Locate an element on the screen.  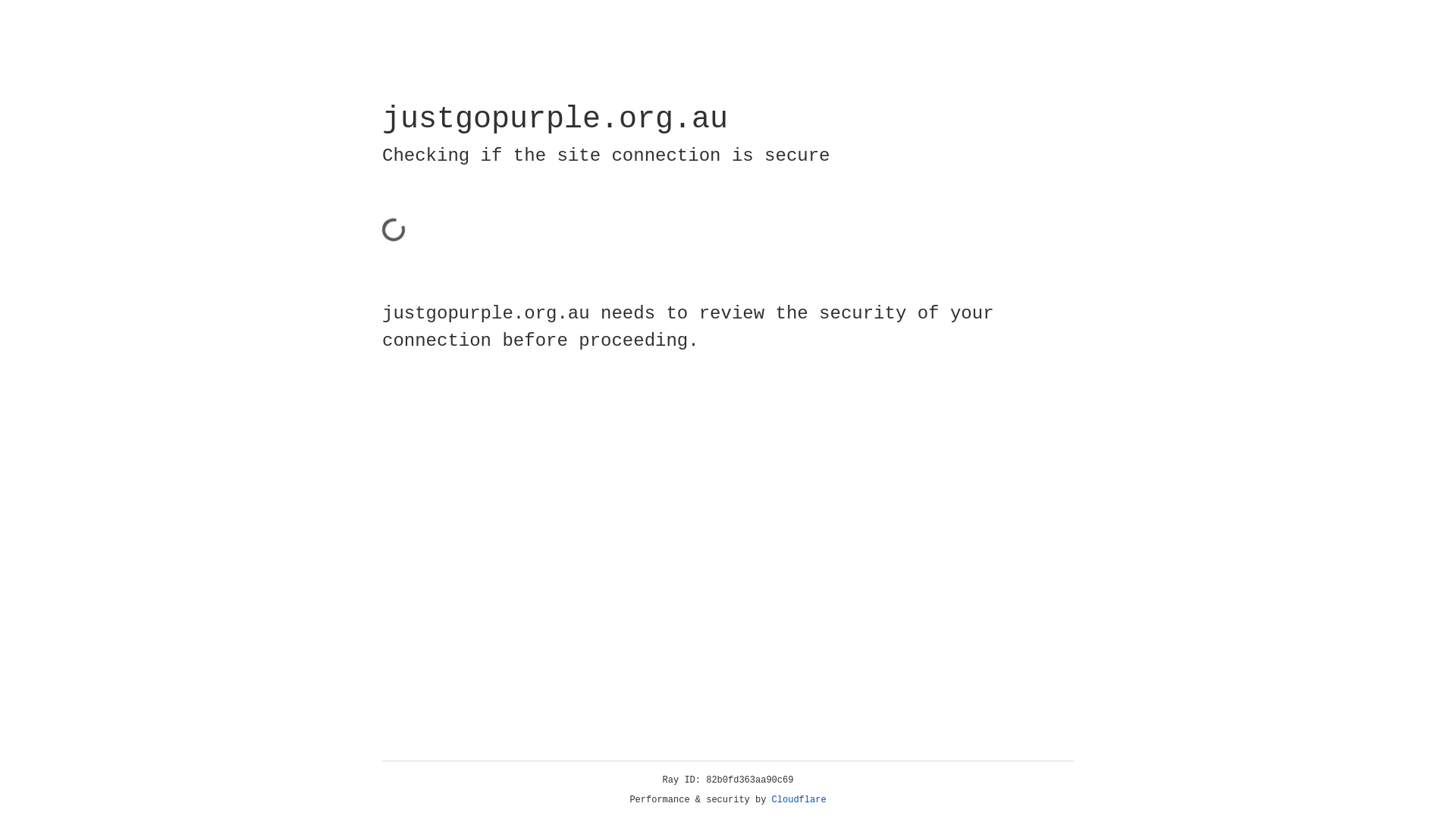
'Cloudflare' is located at coordinates (799, 799).